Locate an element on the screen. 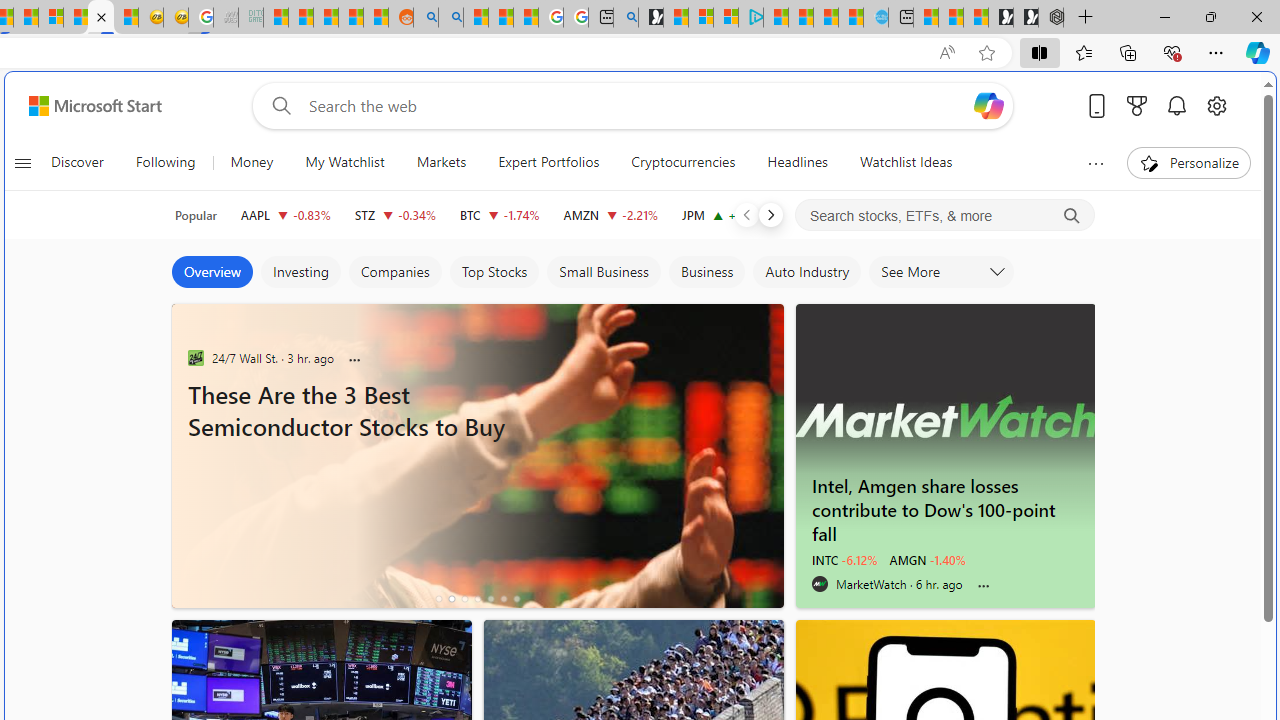  'Headlines' is located at coordinates (796, 162).